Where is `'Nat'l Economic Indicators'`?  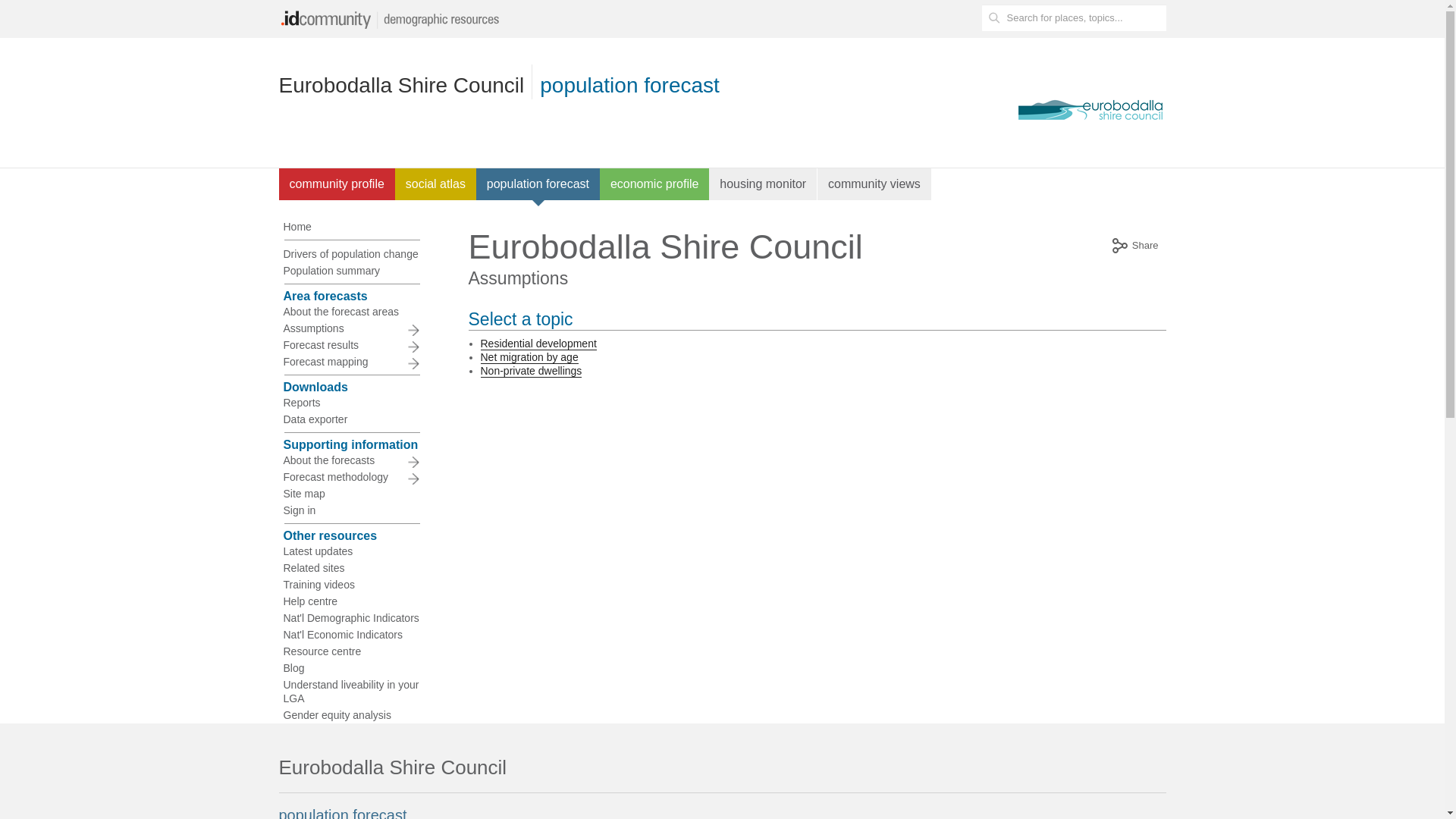
'Nat'l Economic Indicators' is located at coordinates (279, 635).